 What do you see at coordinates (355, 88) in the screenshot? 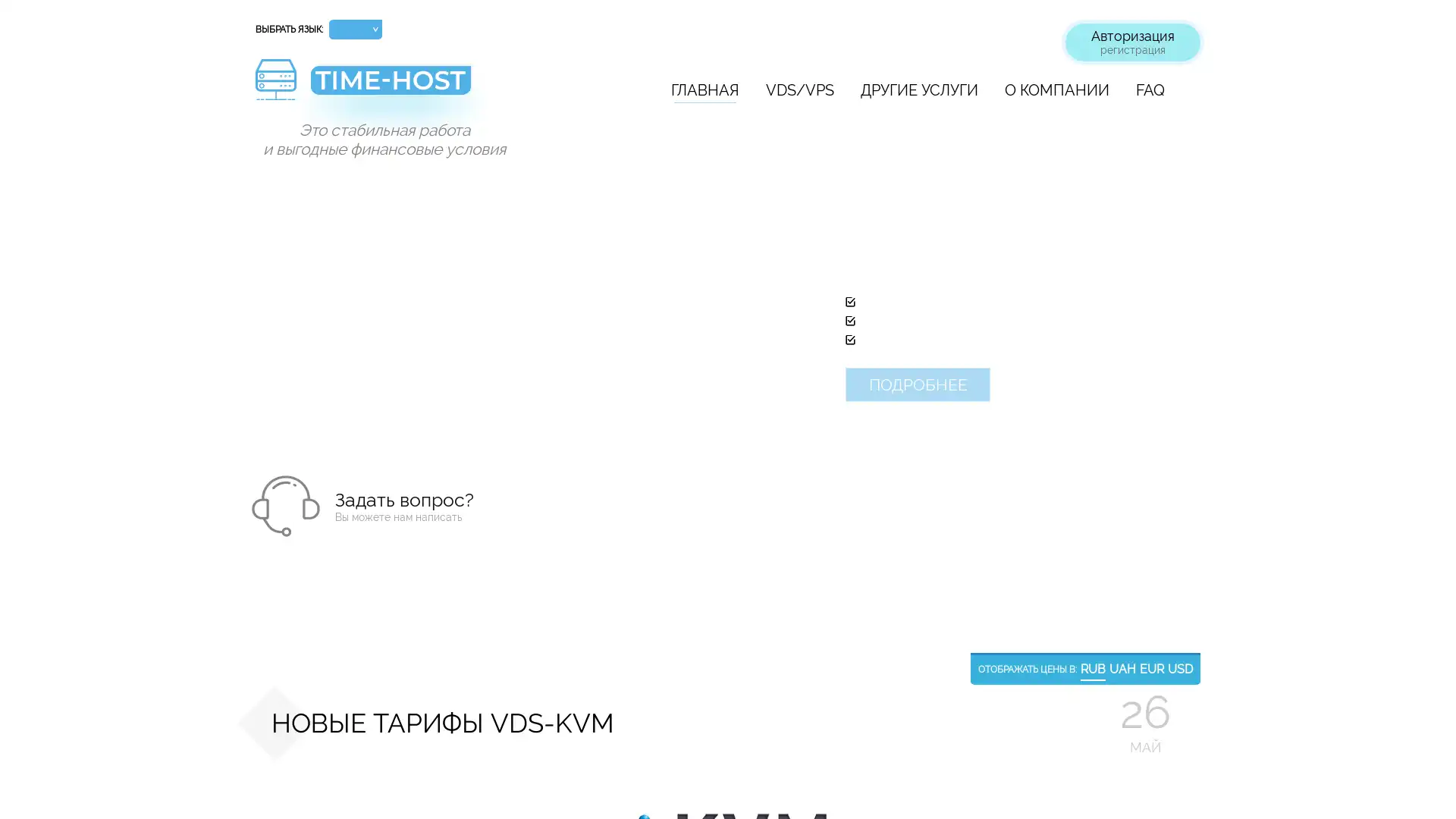
I see `de DE` at bounding box center [355, 88].